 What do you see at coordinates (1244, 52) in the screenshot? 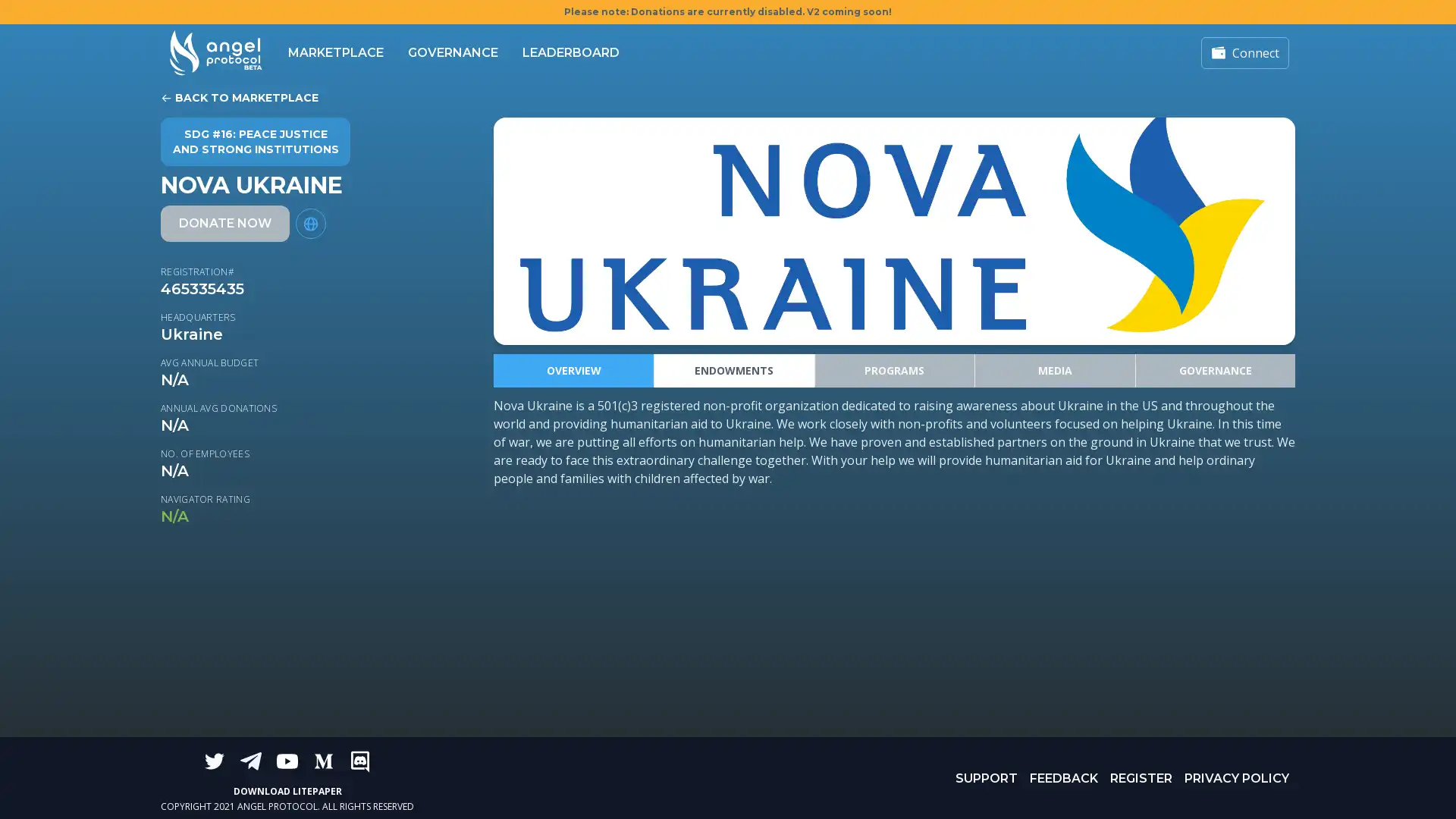
I see `Connect` at bounding box center [1244, 52].